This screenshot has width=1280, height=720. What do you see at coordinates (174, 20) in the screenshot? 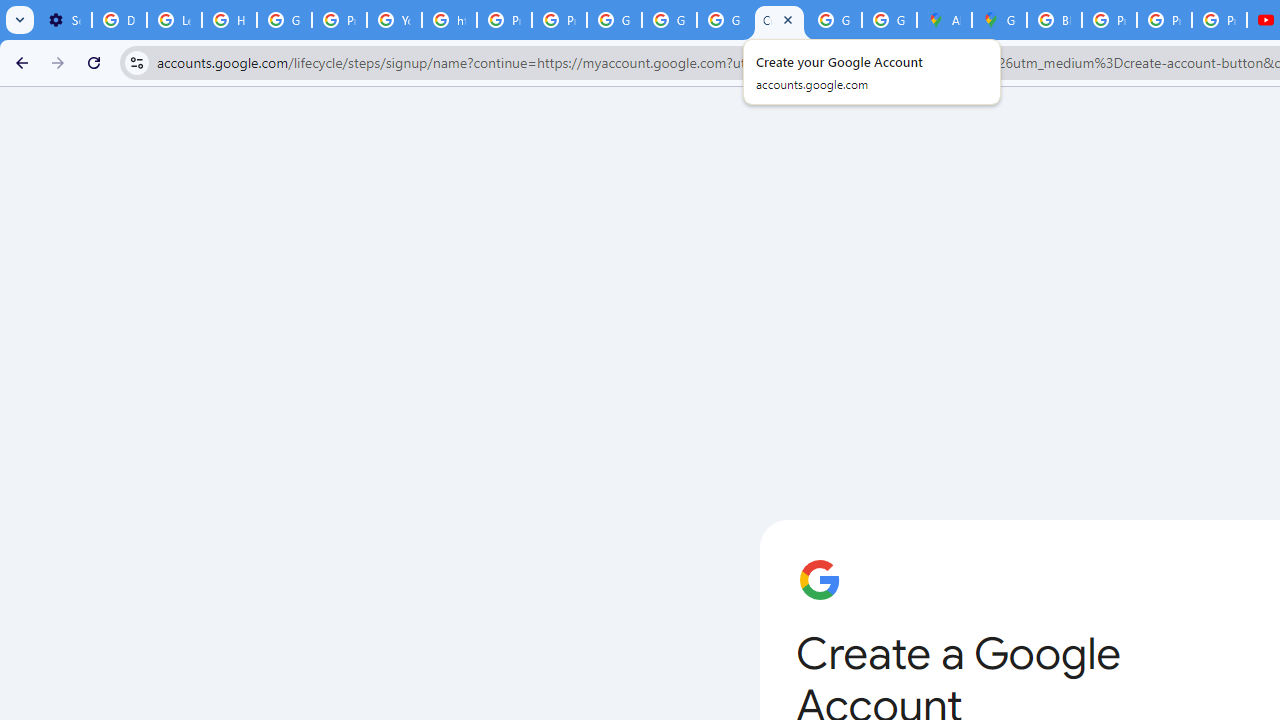
I see `'Learn how to find your photos - Google Photos Help'` at bounding box center [174, 20].